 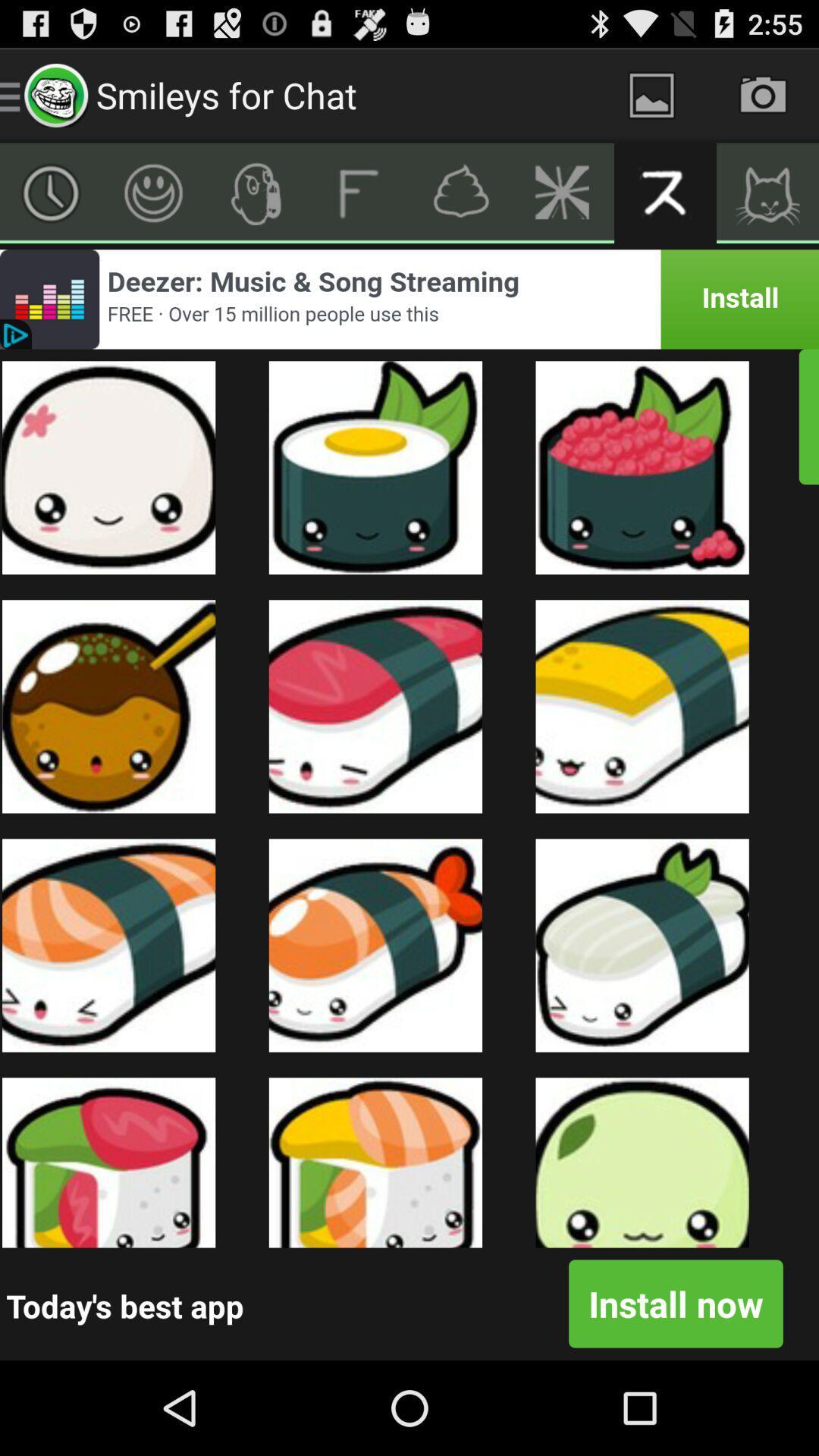 What do you see at coordinates (651, 94) in the screenshot?
I see `gallery` at bounding box center [651, 94].